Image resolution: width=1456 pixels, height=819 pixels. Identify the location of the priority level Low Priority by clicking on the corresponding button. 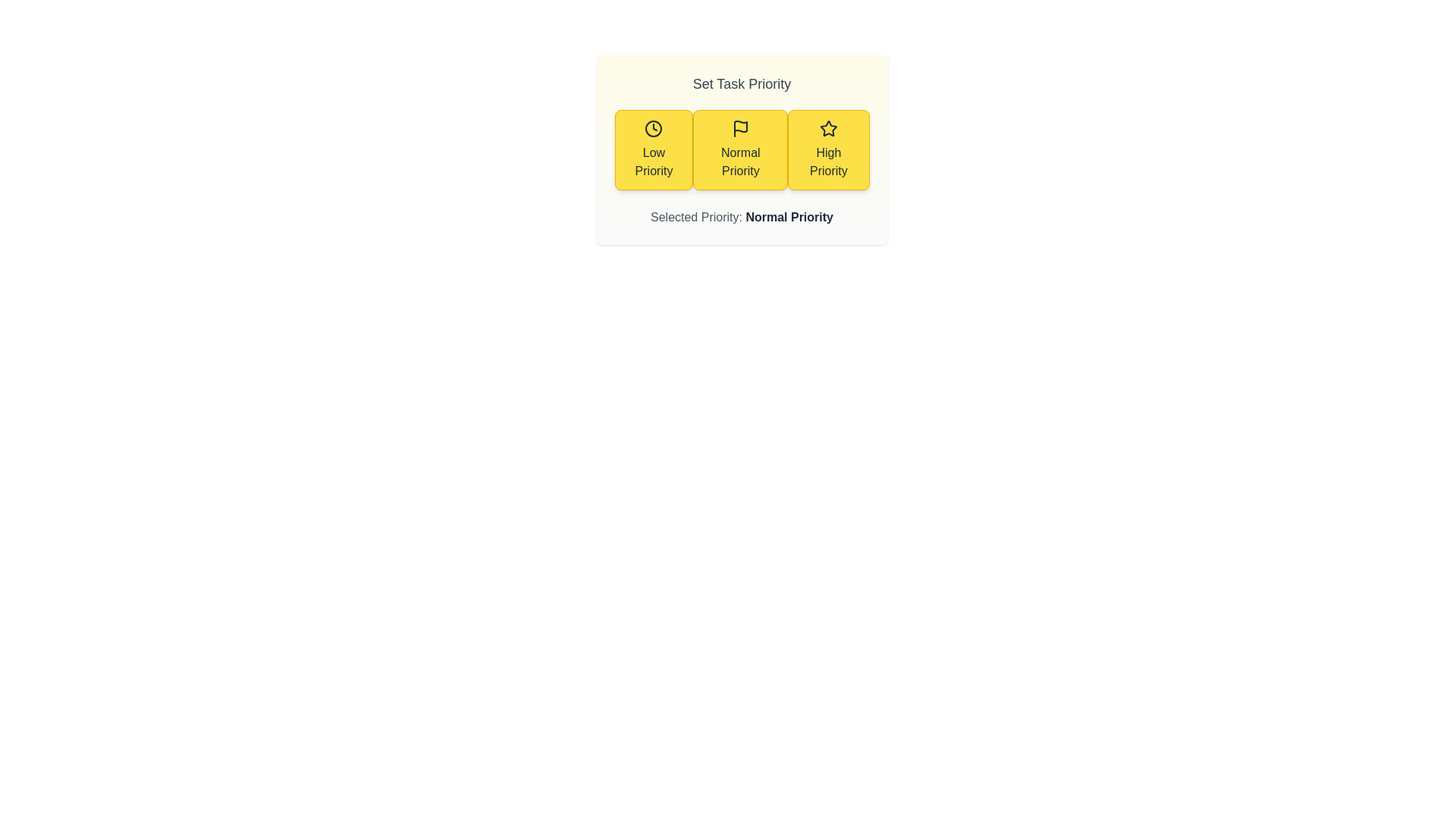
(654, 149).